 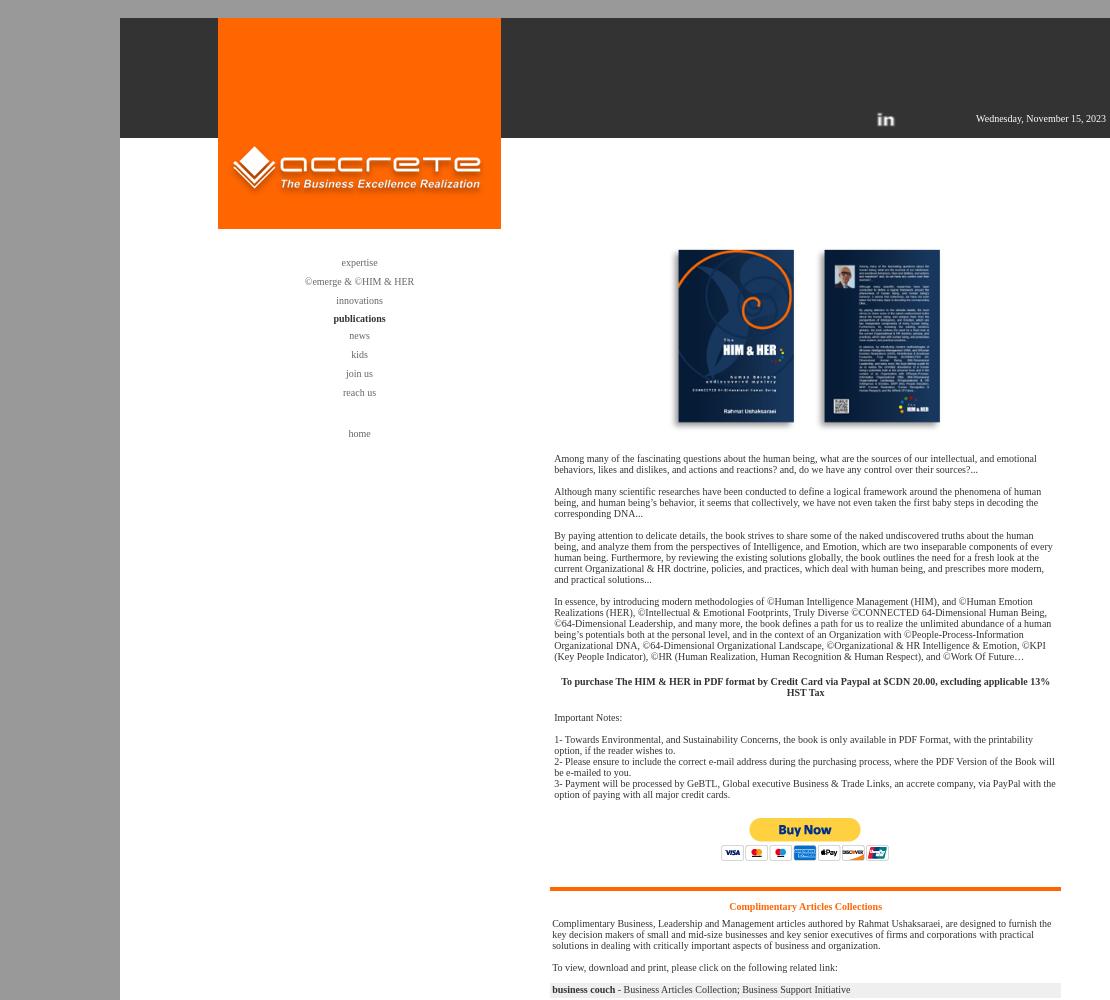 What do you see at coordinates (358, 317) in the screenshot?
I see `'publications'` at bounding box center [358, 317].